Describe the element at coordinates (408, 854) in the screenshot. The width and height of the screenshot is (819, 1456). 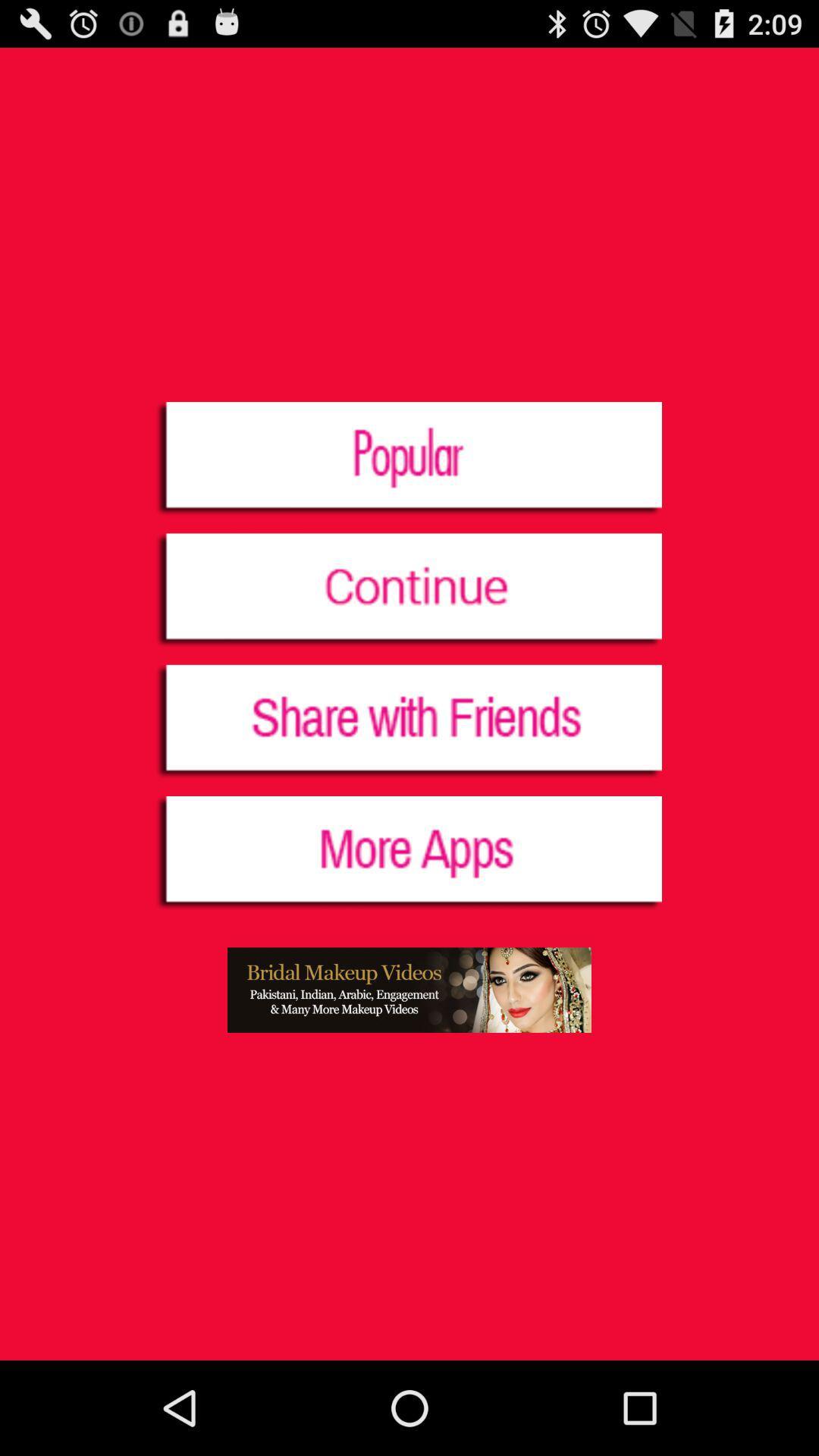
I see `display more applications` at that location.